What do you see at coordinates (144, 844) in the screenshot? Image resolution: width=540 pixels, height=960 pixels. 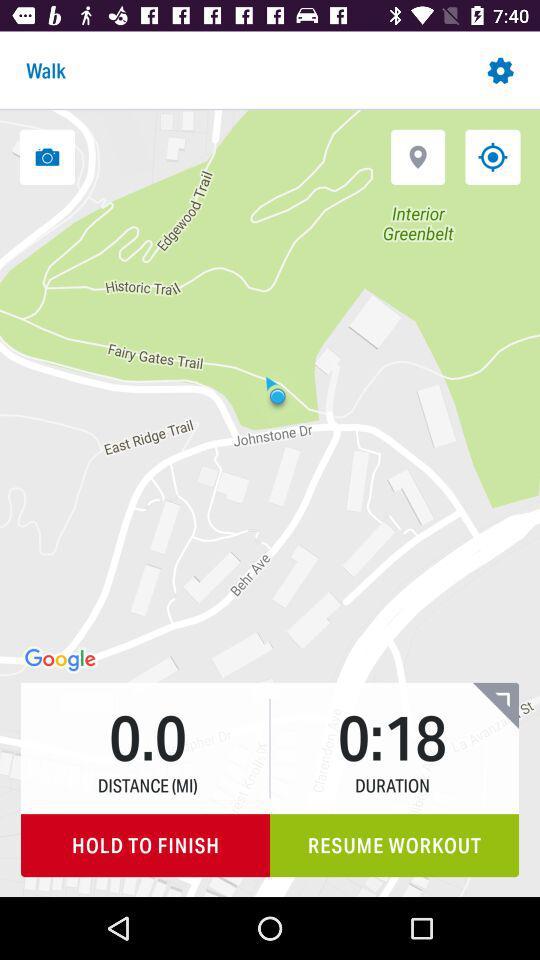 I see `item to the left of resume workout item` at bounding box center [144, 844].